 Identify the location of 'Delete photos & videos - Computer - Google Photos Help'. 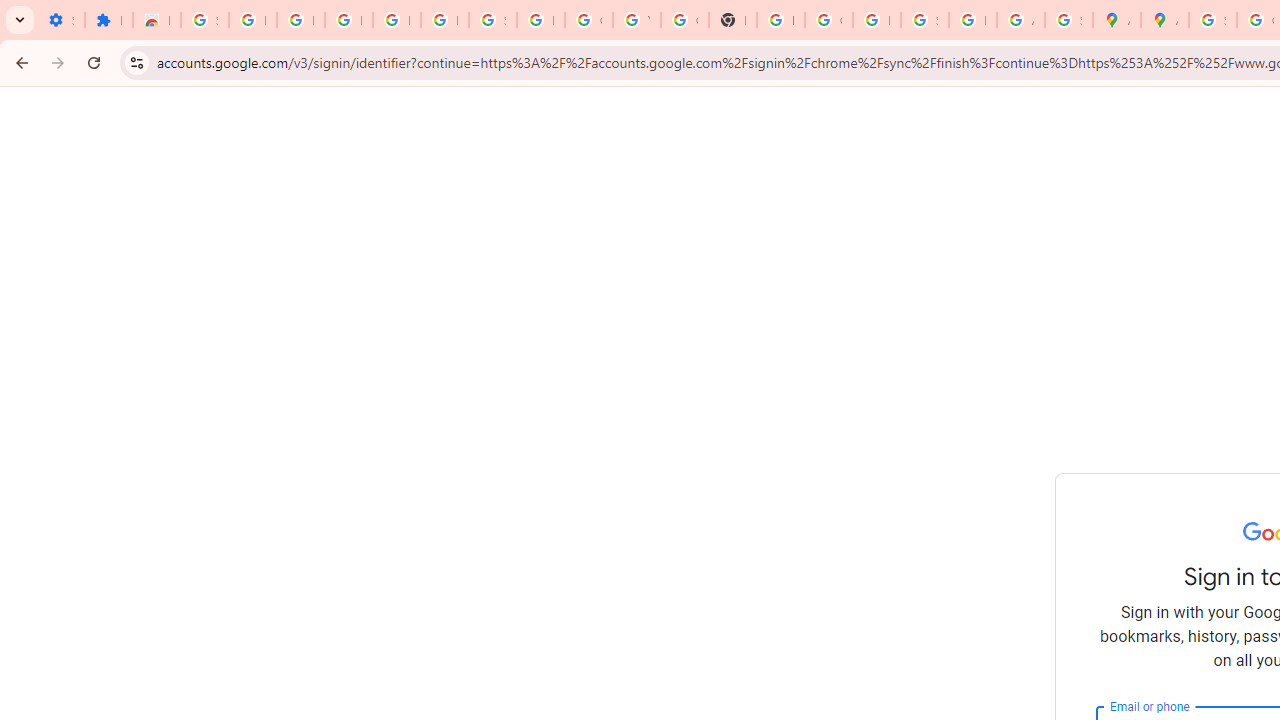
(348, 20).